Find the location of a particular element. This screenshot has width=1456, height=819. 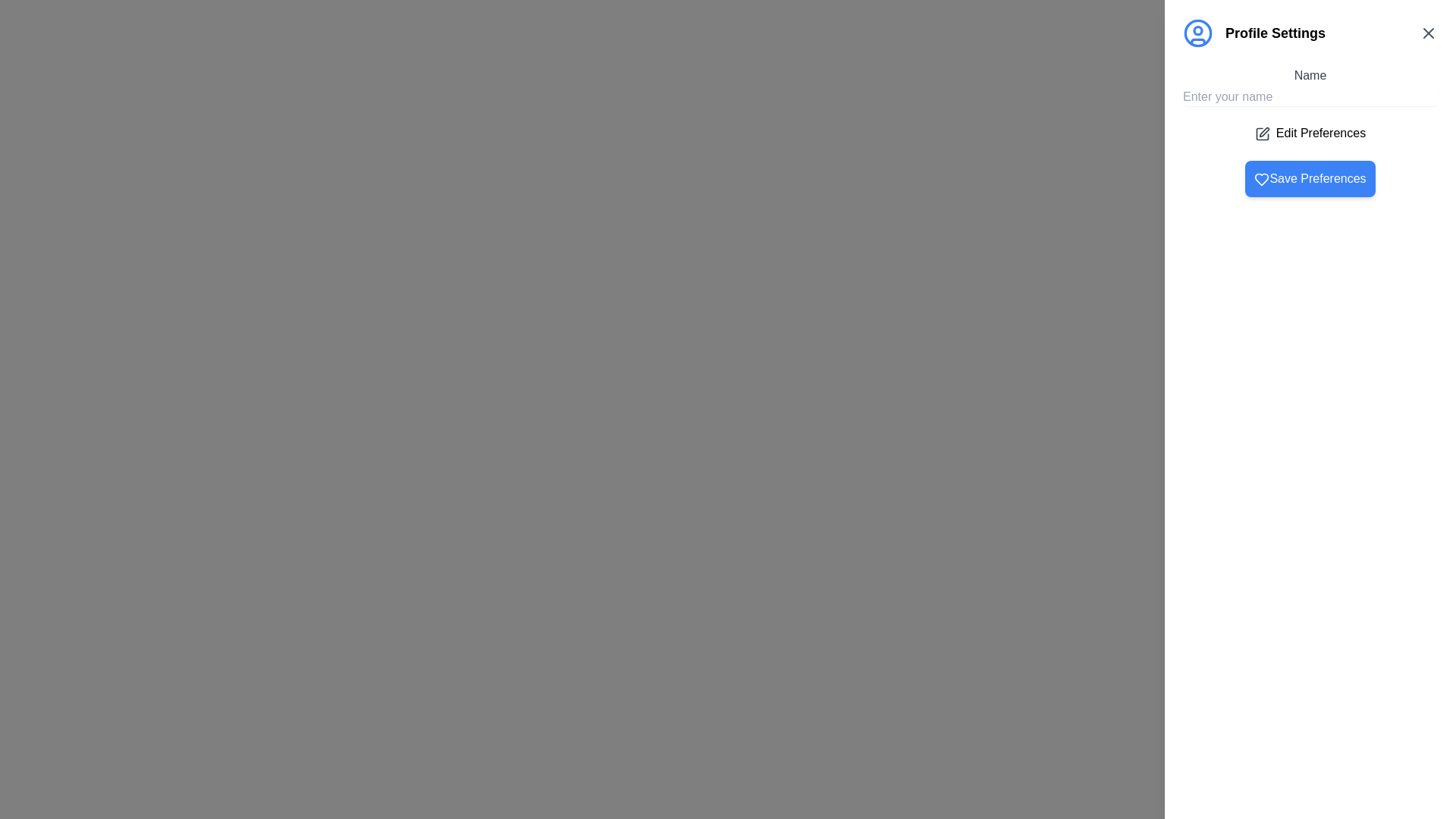

the 'Profile Settings' label, which is styled in black, bold font and positioned beside a blue circular user icon at the top-left of the right-aligned panel is located at coordinates (1254, 33).